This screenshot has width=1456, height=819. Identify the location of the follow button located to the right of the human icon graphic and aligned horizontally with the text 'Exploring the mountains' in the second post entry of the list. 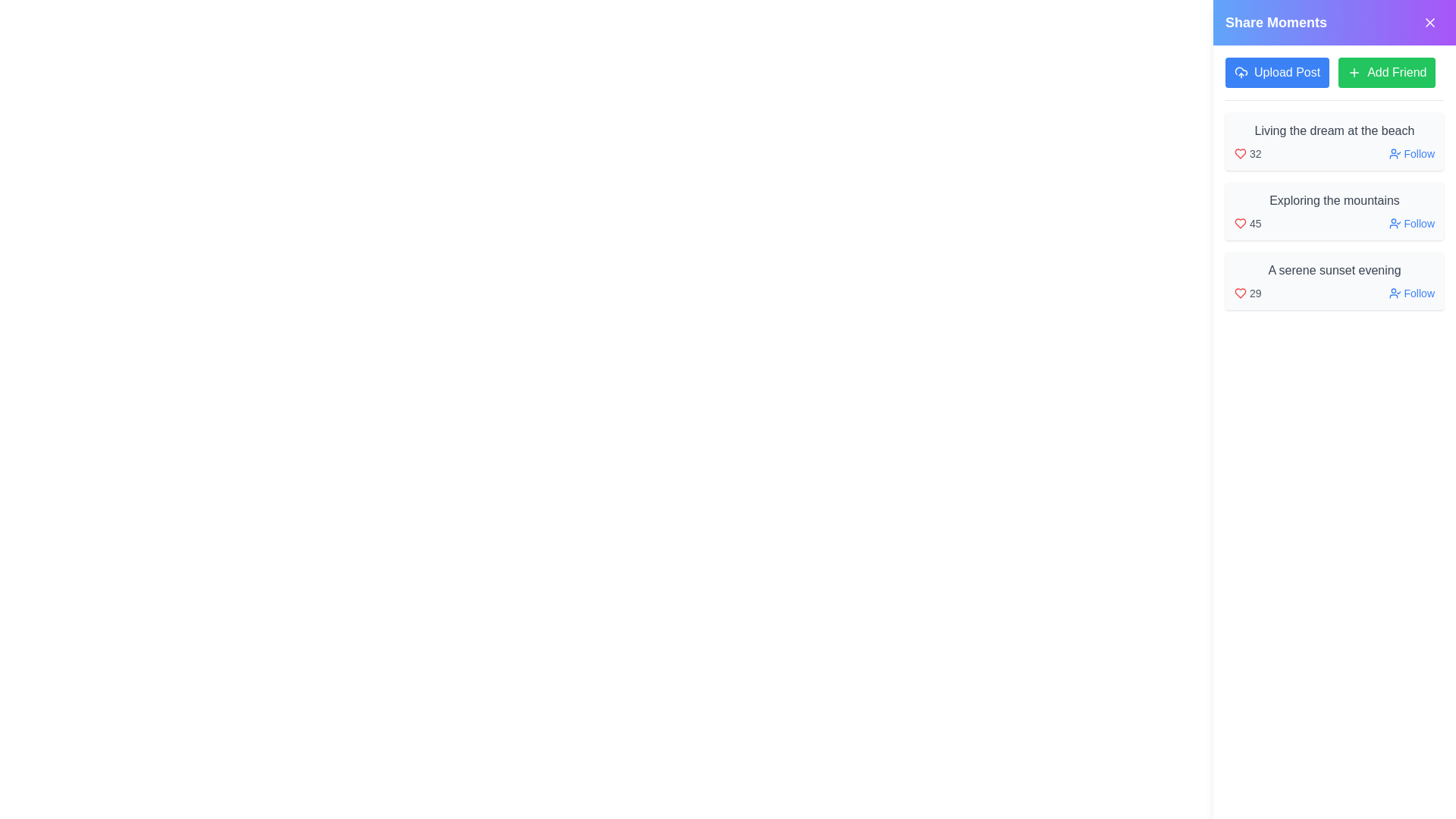
(1418, 223).